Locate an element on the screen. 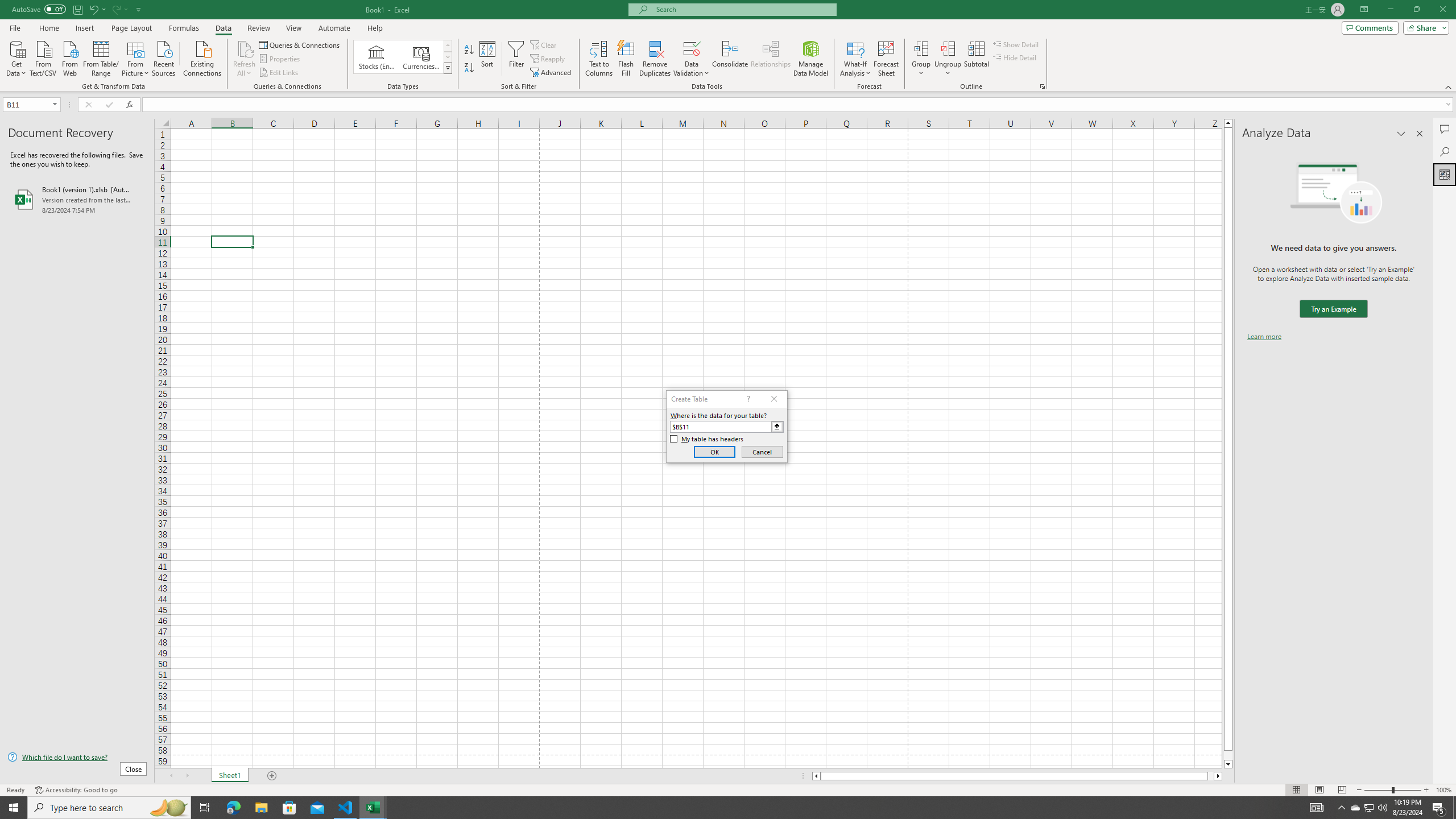  'Book1 (version 1).xlsb  [AutoRecovered]' is located at coordinates (76, 198).